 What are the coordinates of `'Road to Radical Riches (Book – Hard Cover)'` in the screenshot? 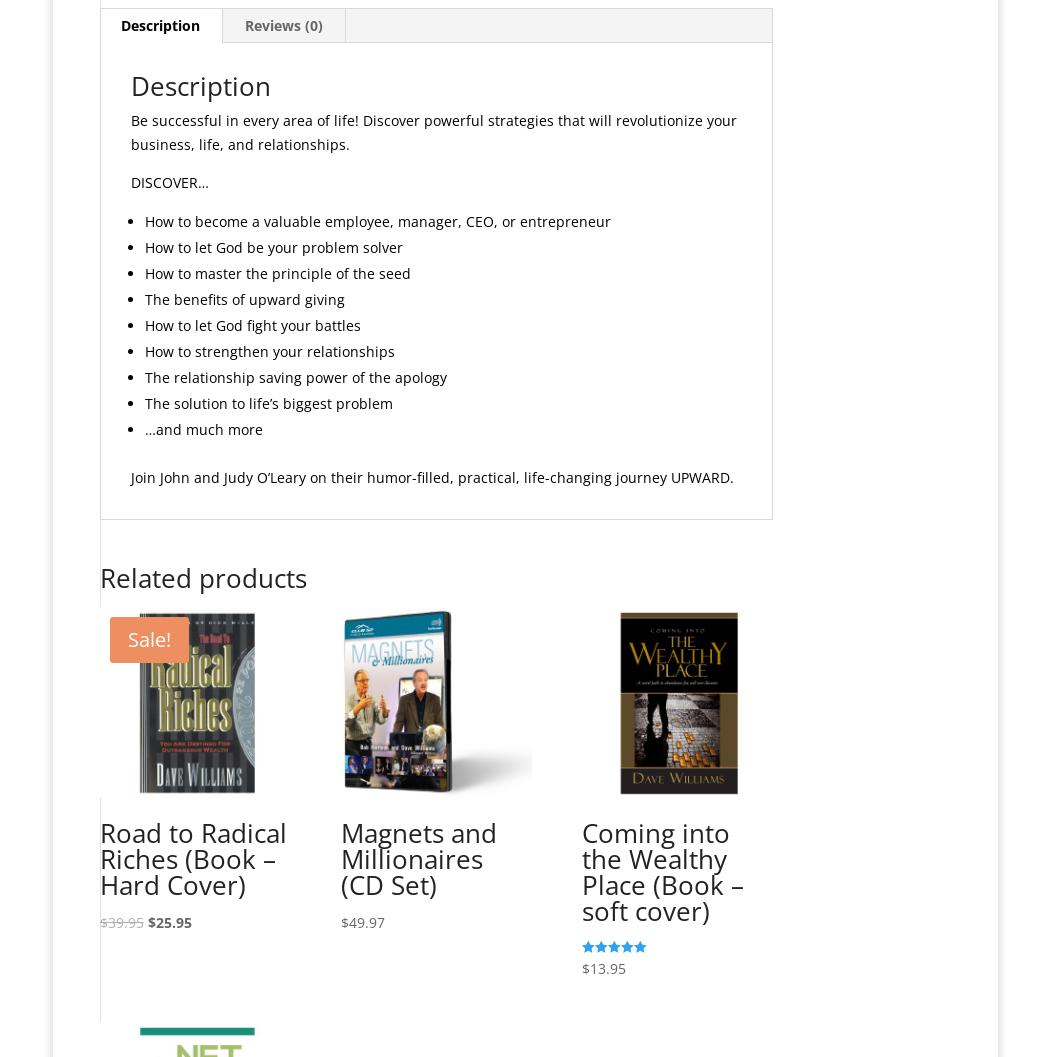 It's located at (191, 858).